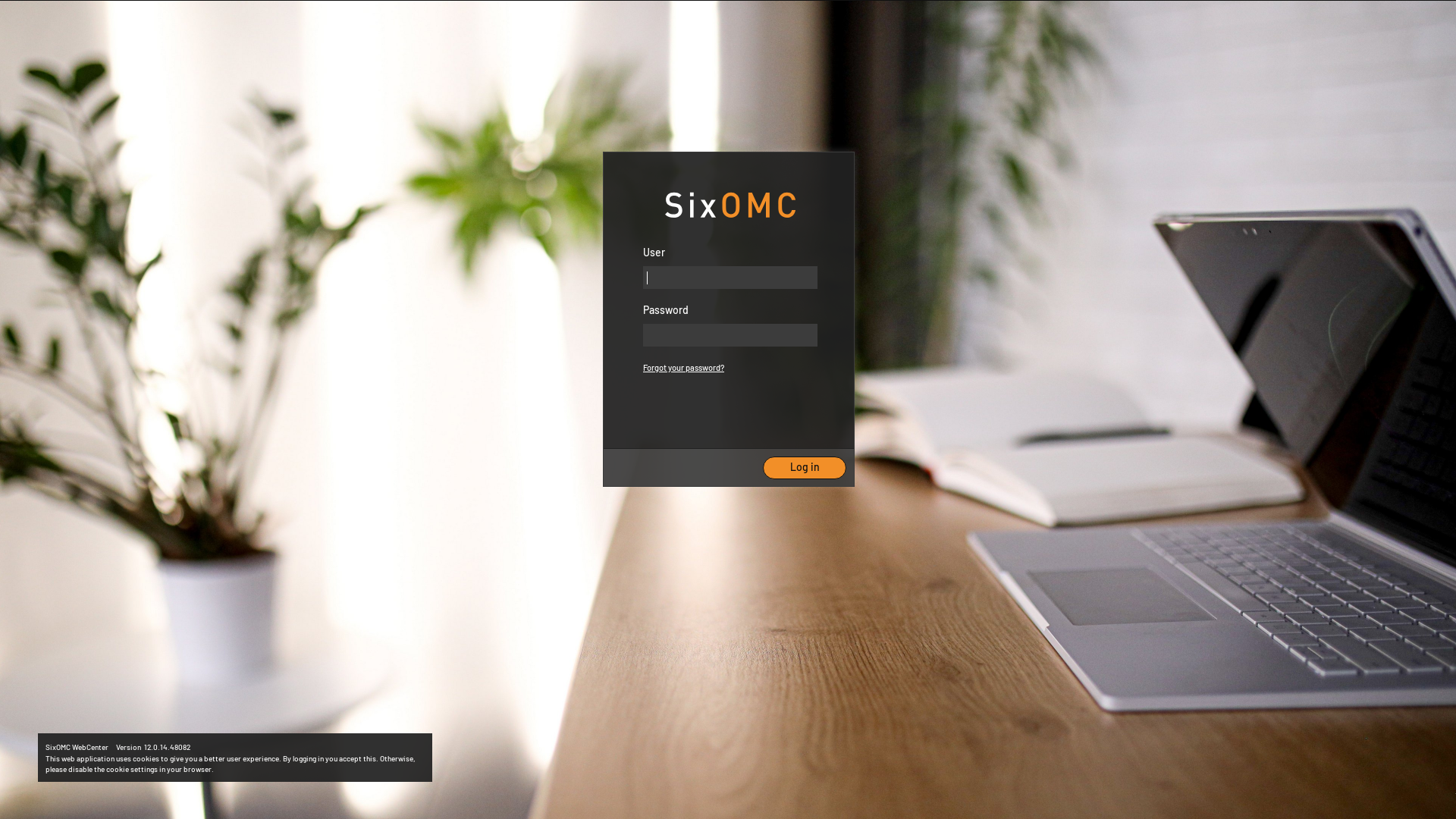 This screenshot has height=819, width=1456. What do you see at coordinates (803, 467) in the screenshot?
I see `'Log in'` at bounding box center [803, 467].